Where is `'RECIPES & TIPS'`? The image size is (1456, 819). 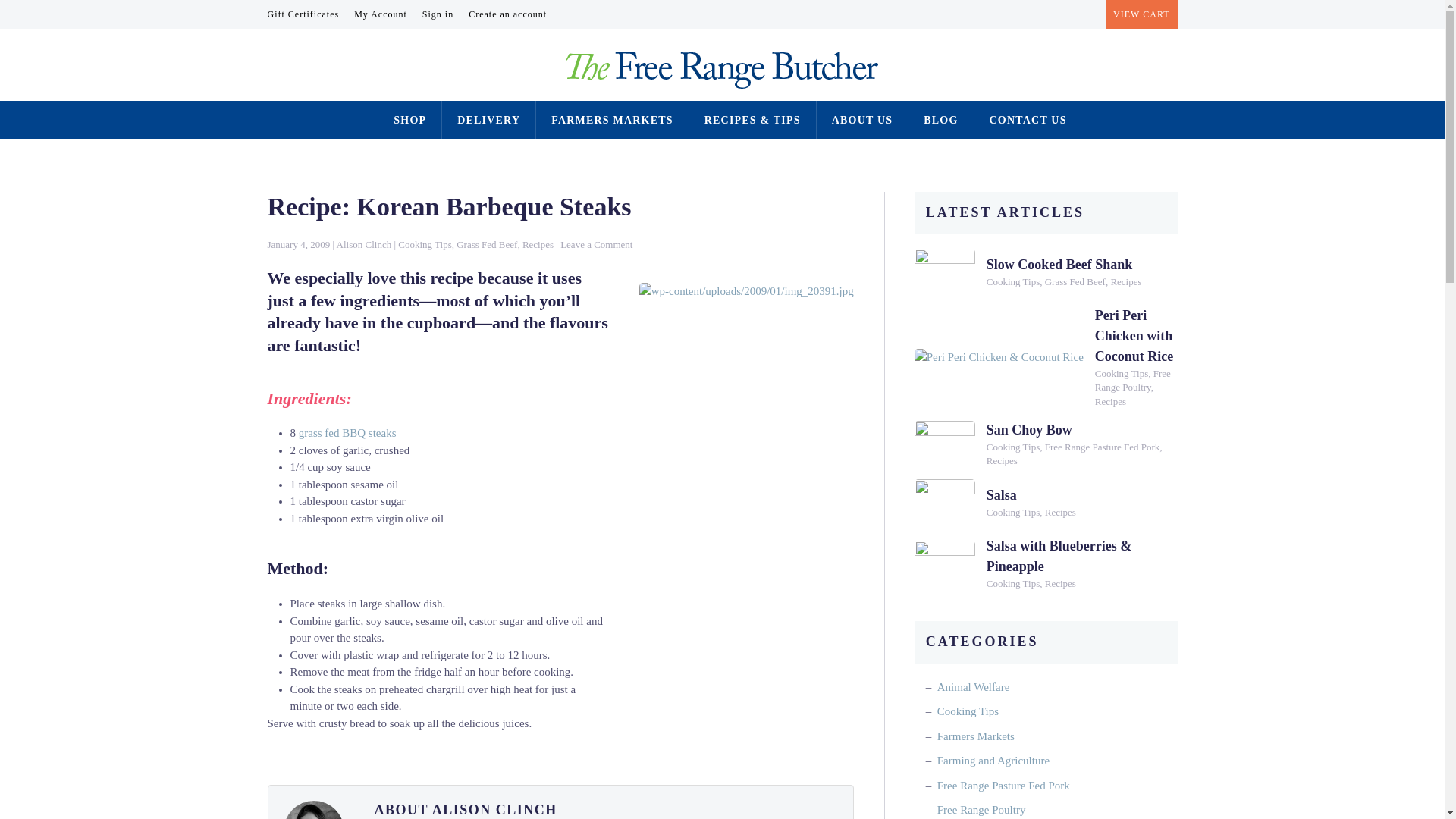 'RECIPES & TIPS' is located at coordinates (752, 119).